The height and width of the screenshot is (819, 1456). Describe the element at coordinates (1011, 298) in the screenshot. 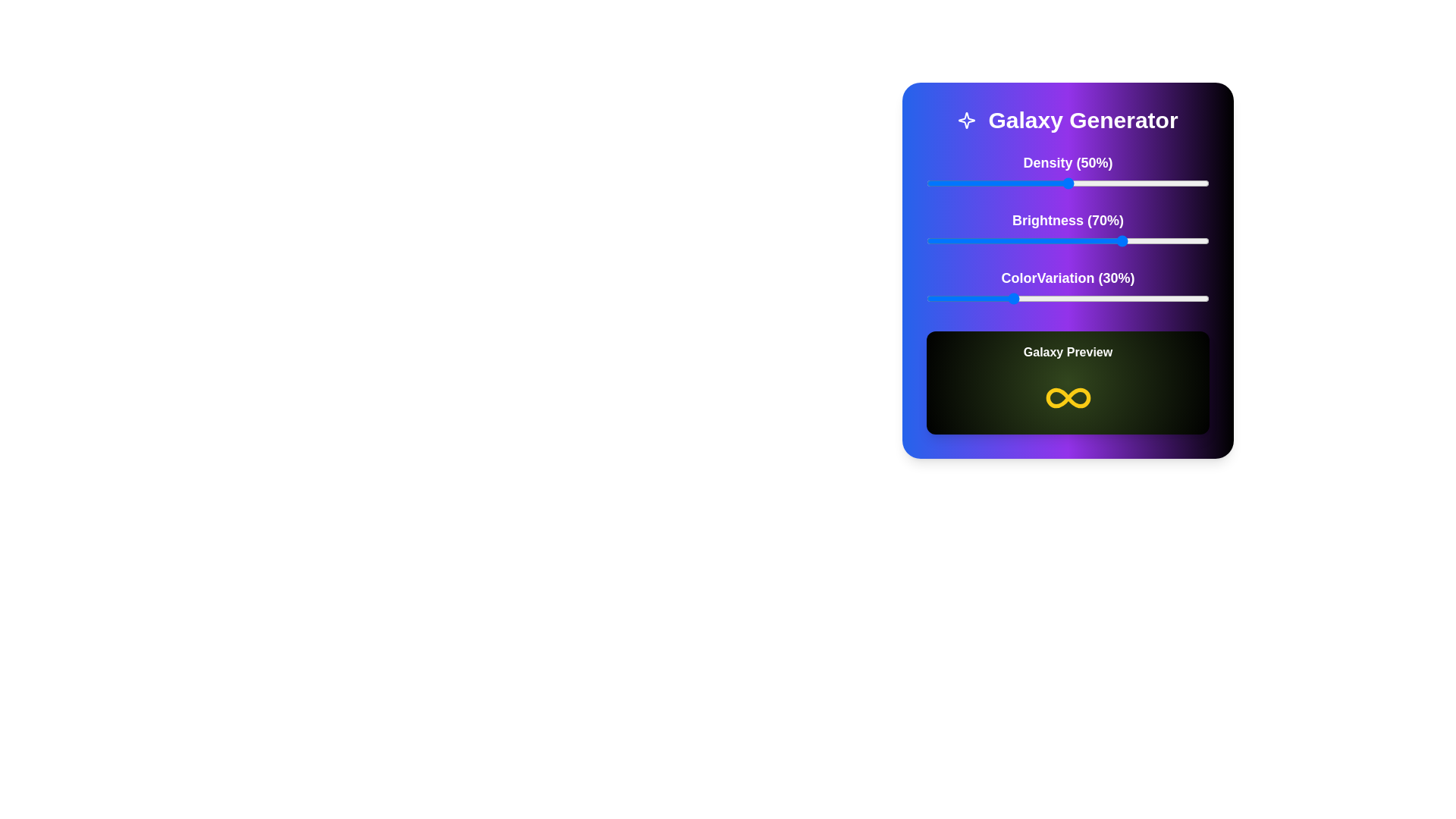

I see `the 'ColorVariation' slider to 30%` at that location.